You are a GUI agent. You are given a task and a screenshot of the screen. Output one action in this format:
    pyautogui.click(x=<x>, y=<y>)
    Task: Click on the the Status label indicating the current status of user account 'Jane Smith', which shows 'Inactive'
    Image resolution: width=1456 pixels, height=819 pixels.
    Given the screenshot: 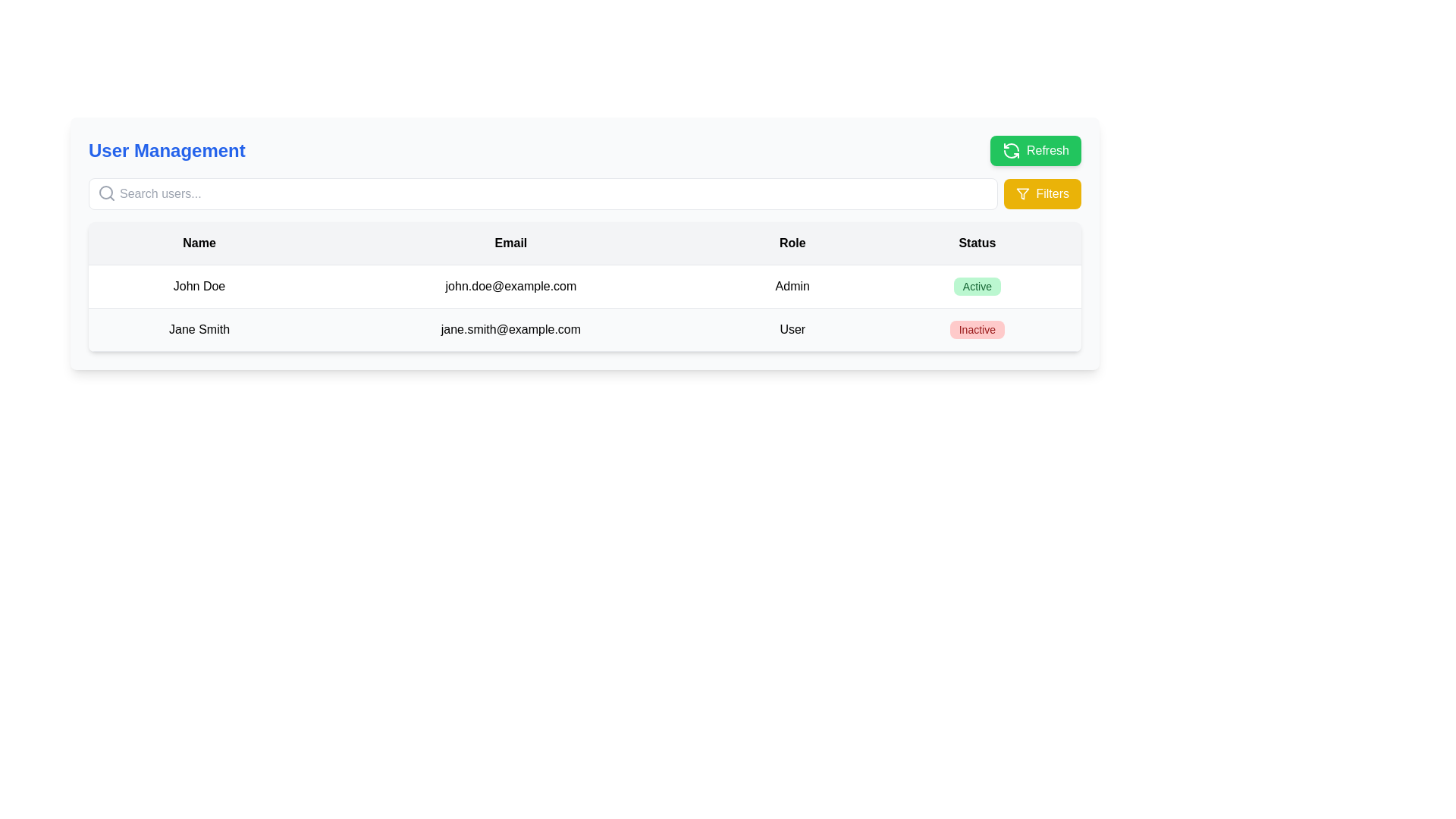 What is the action you would take?
    pyautogui.click(x=977, y=329)
    